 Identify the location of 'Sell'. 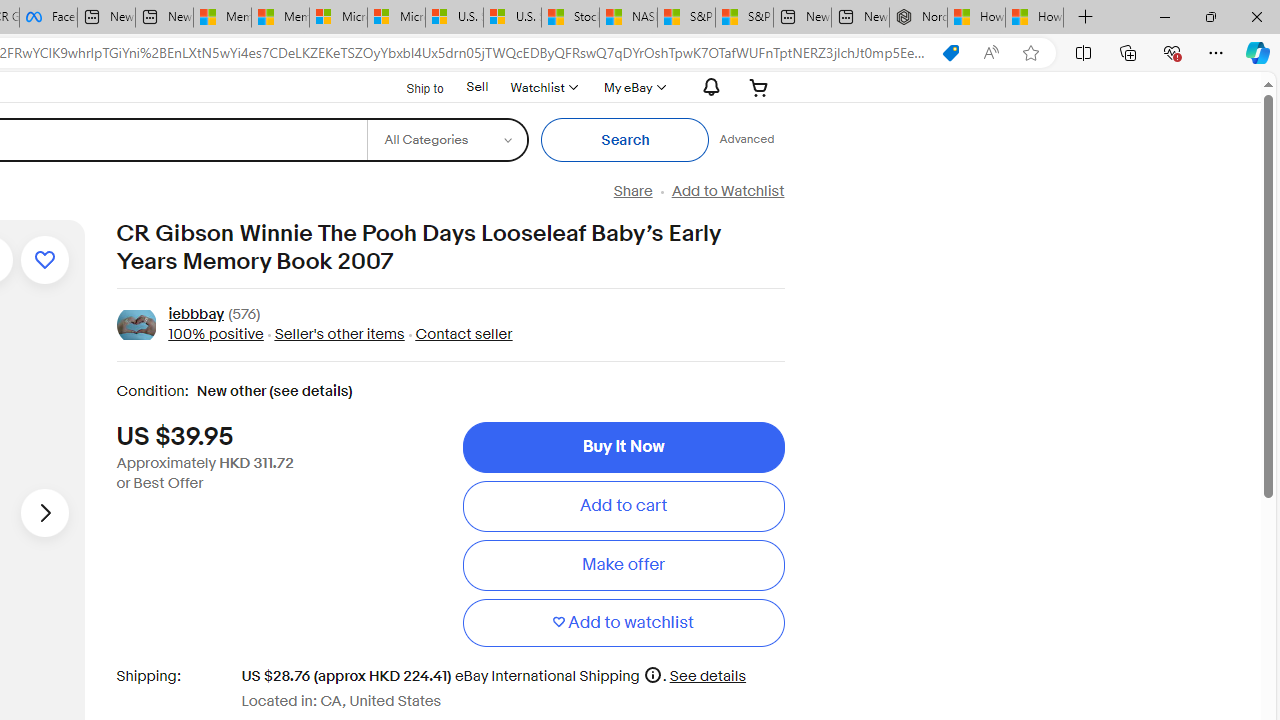
(476, 85).